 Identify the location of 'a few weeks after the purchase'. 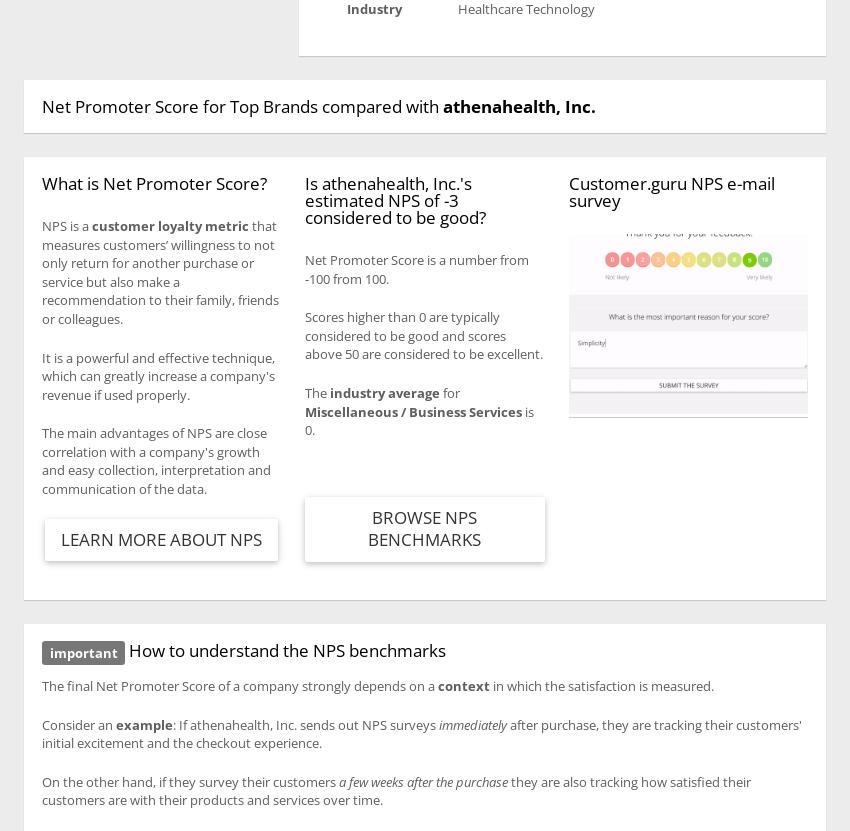
(423, 780).